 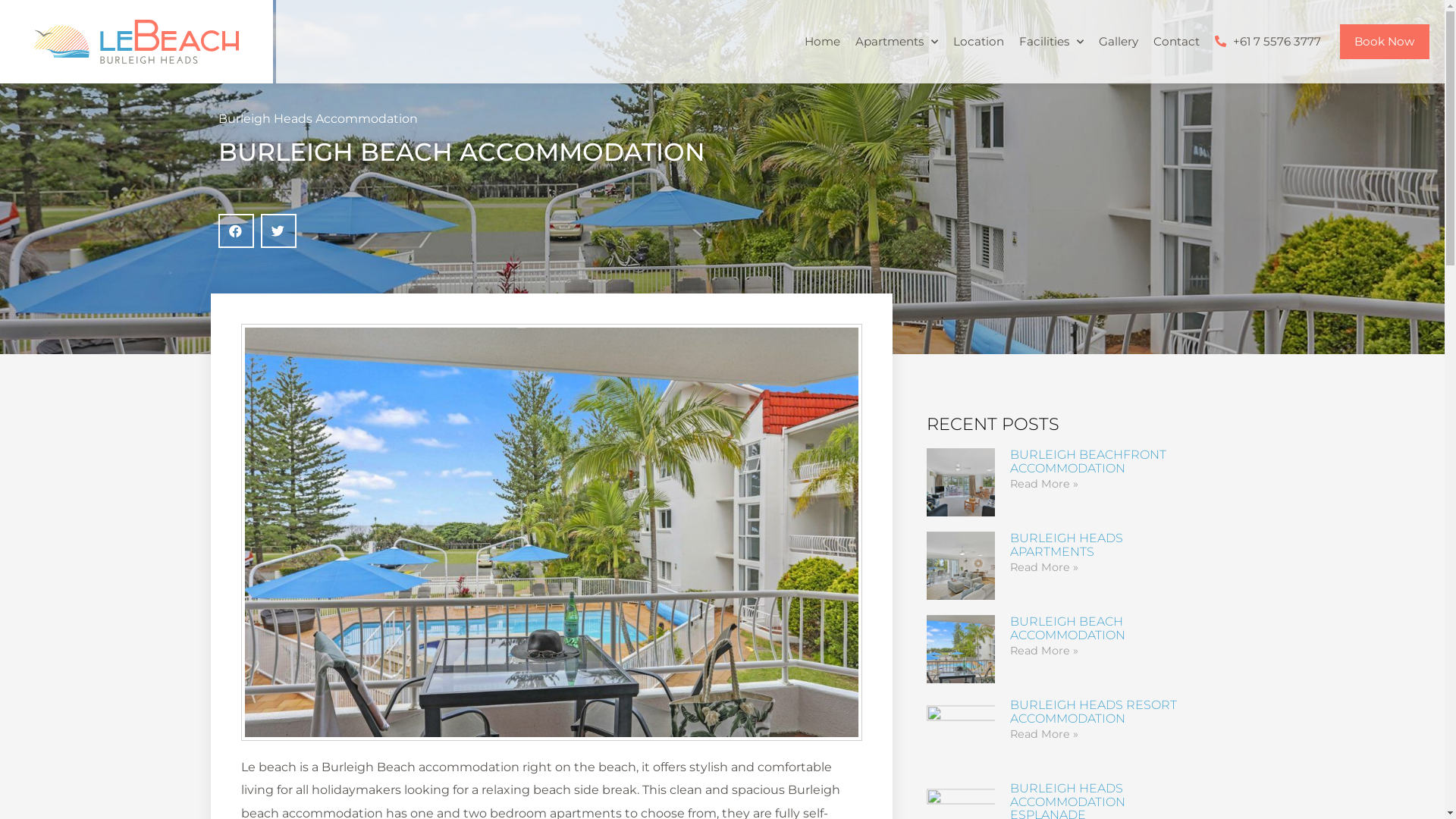 What do you see at coordinates (1175, 40) in the screenshot?
I see `'Contact'` at bounding box center [1175, 40].